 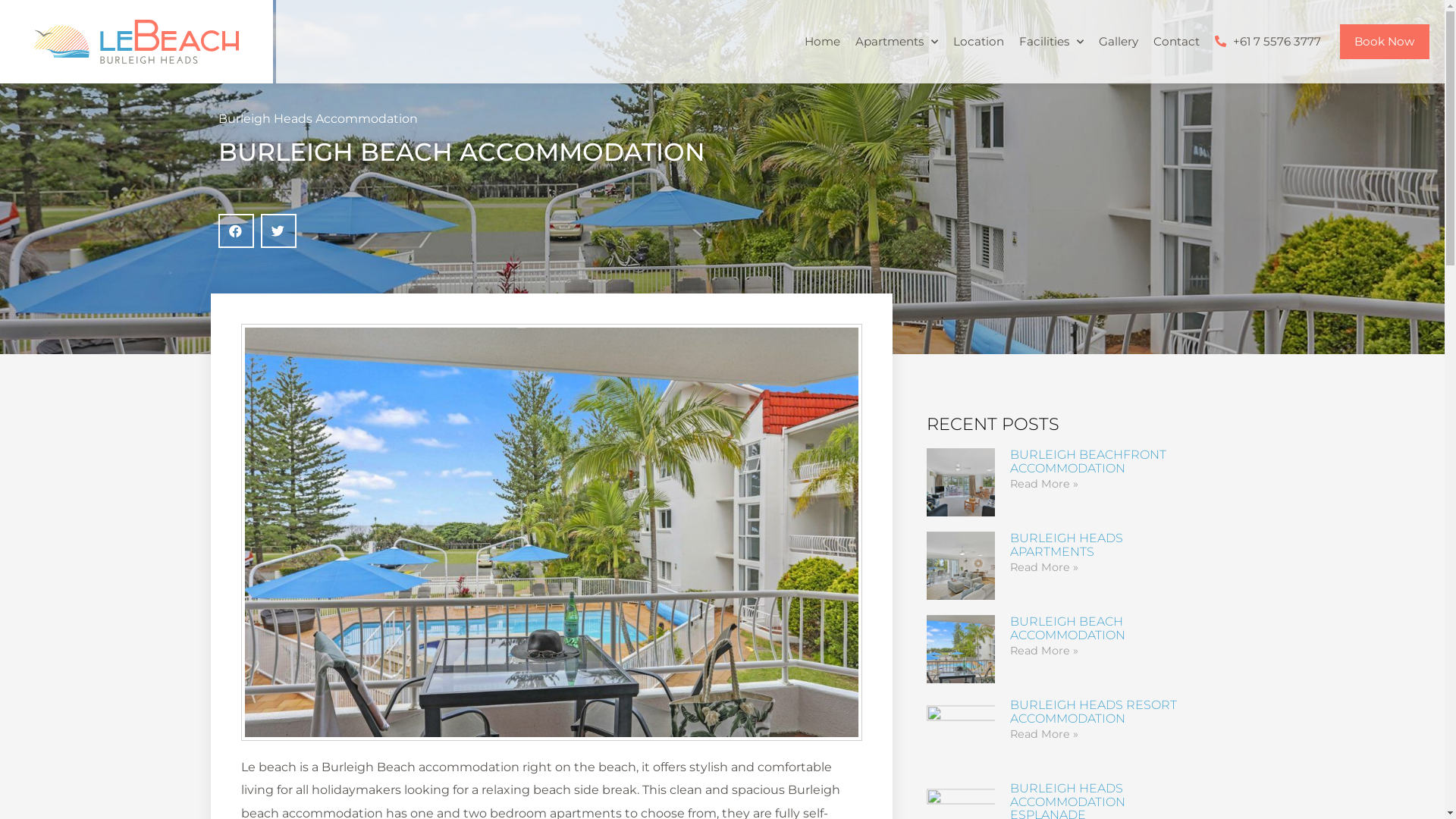 What do you see at coordinates (1175, 40) in the screenshot?
I see `'Contact'` at bounding box center [1175, 40].